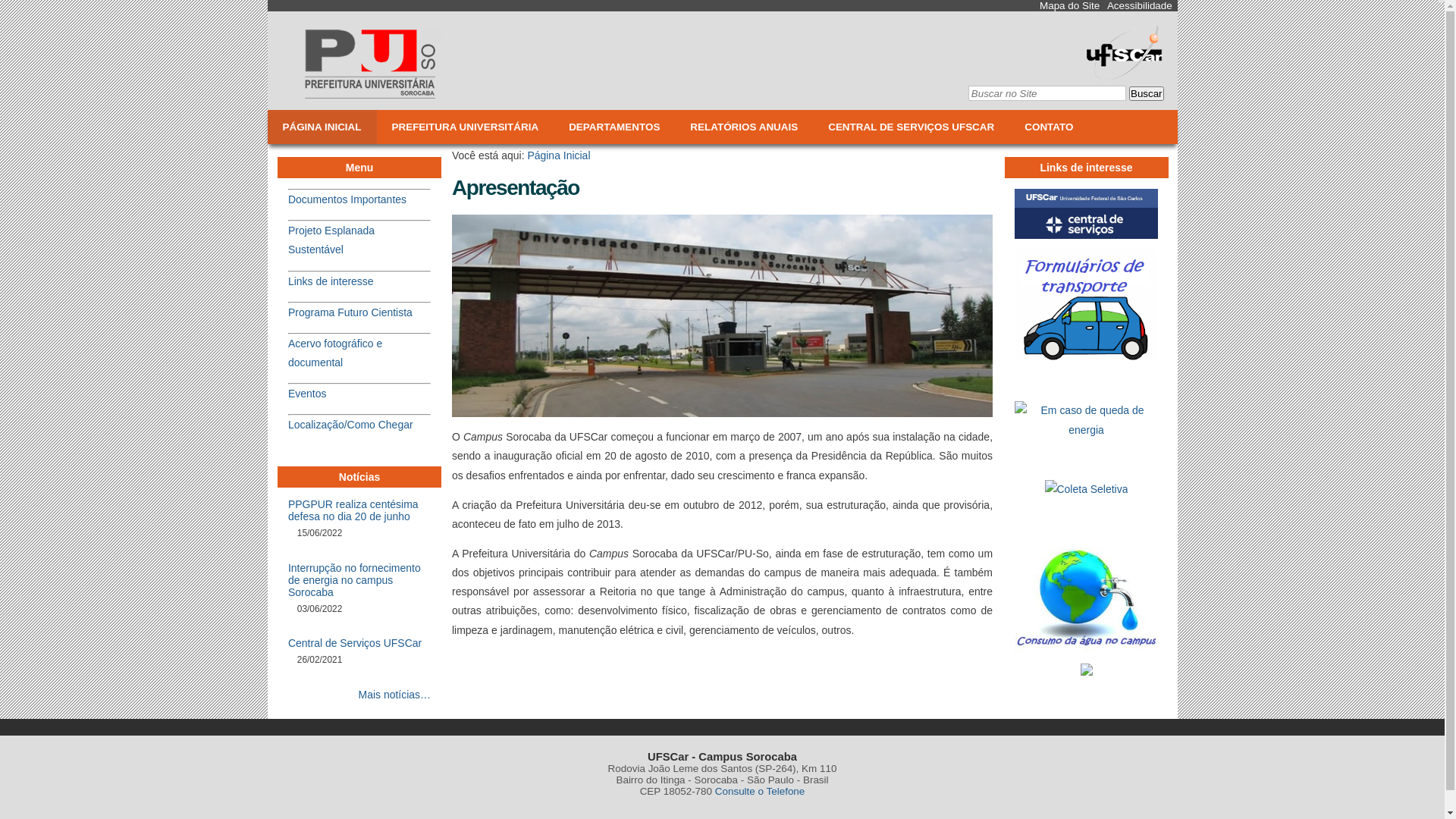  What do you see at coordinates (1086, 489) in the screenshot?
I see `'Coleta seletiva 2'` at bounding box center [1086, 489].